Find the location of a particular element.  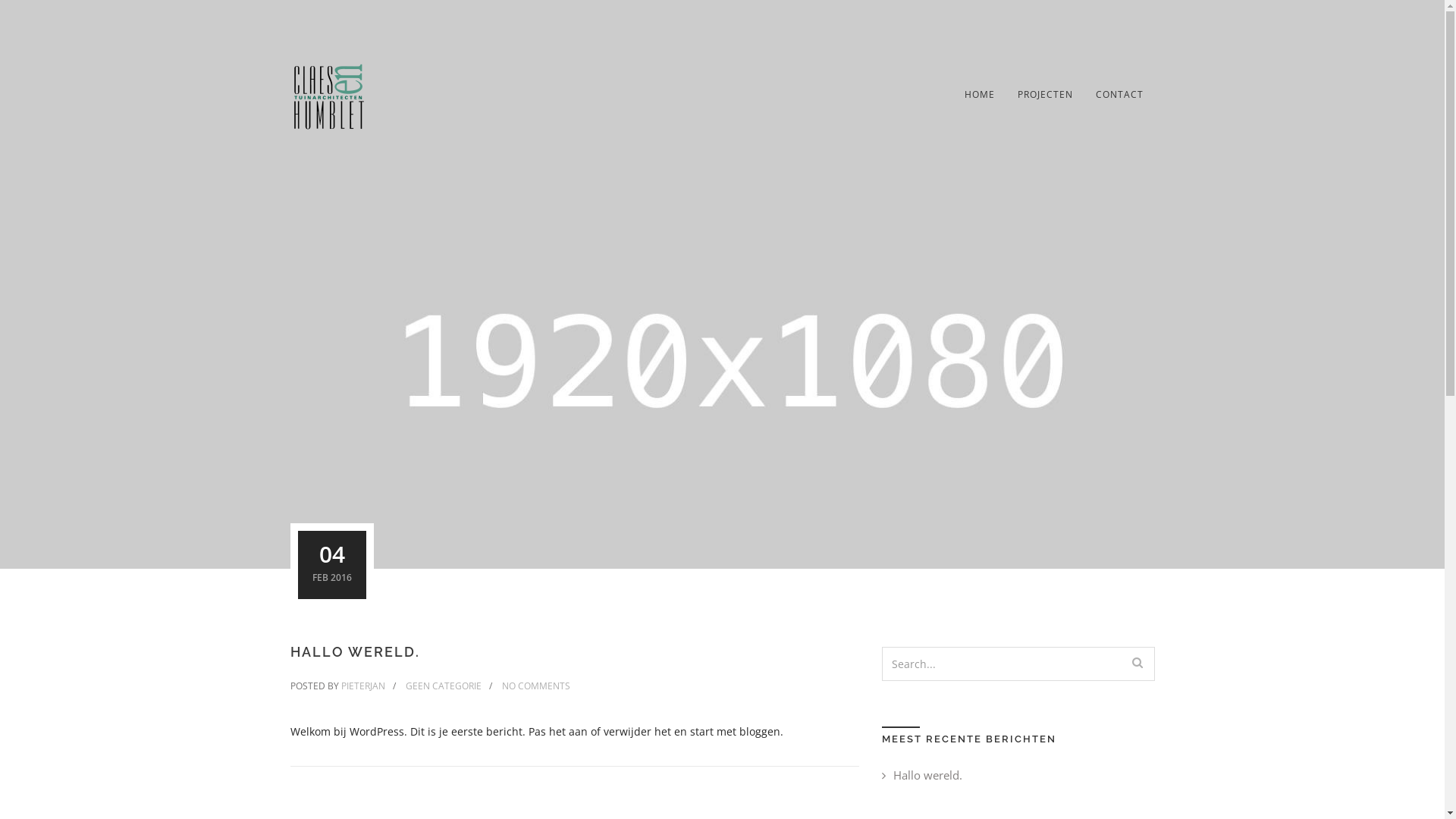

'HOME' is located at coordinates (979, 94).